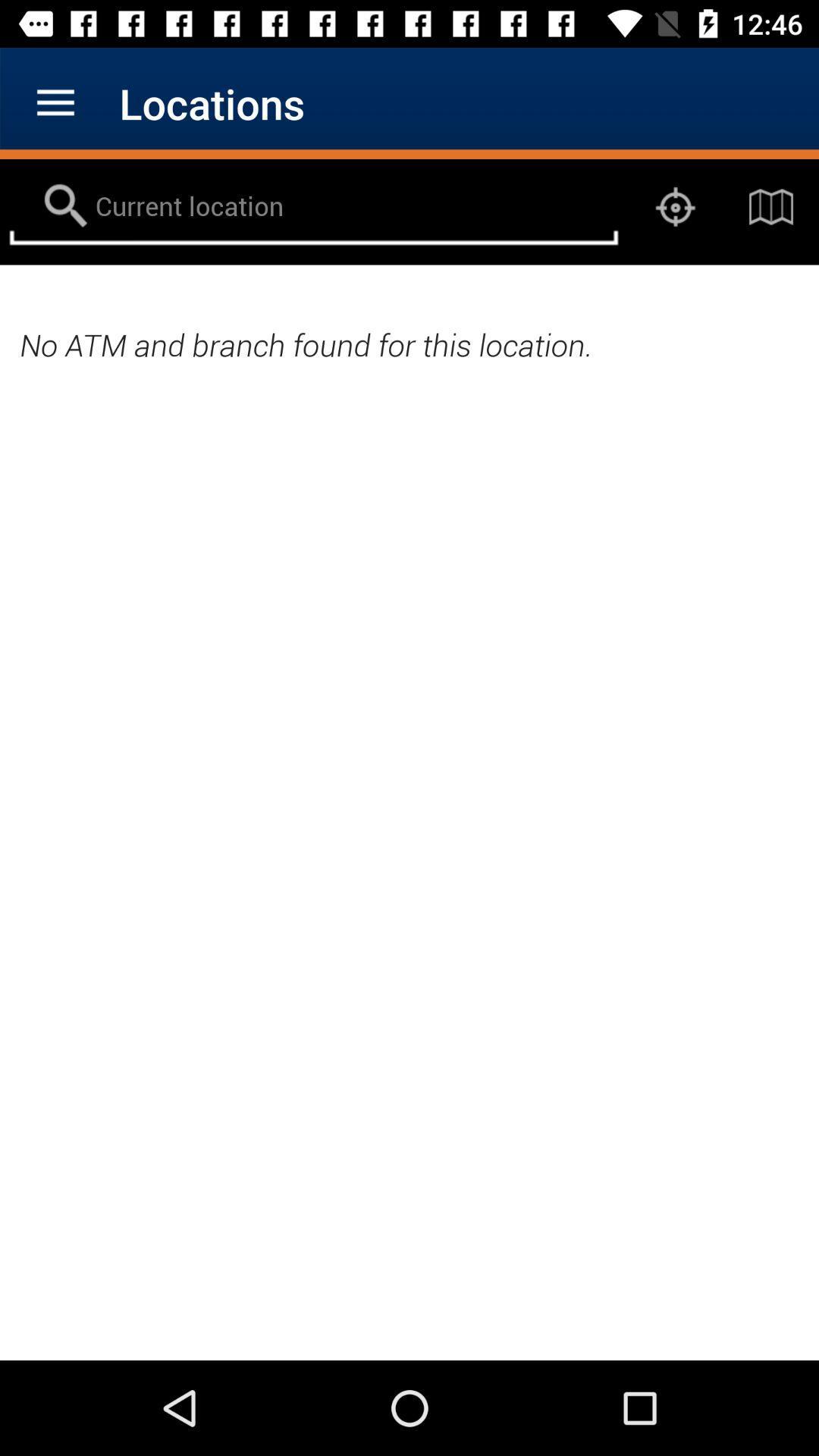 This screenshot has width=819, height=1456. I want to click on the location_crosshair icon, so click(675, 206).